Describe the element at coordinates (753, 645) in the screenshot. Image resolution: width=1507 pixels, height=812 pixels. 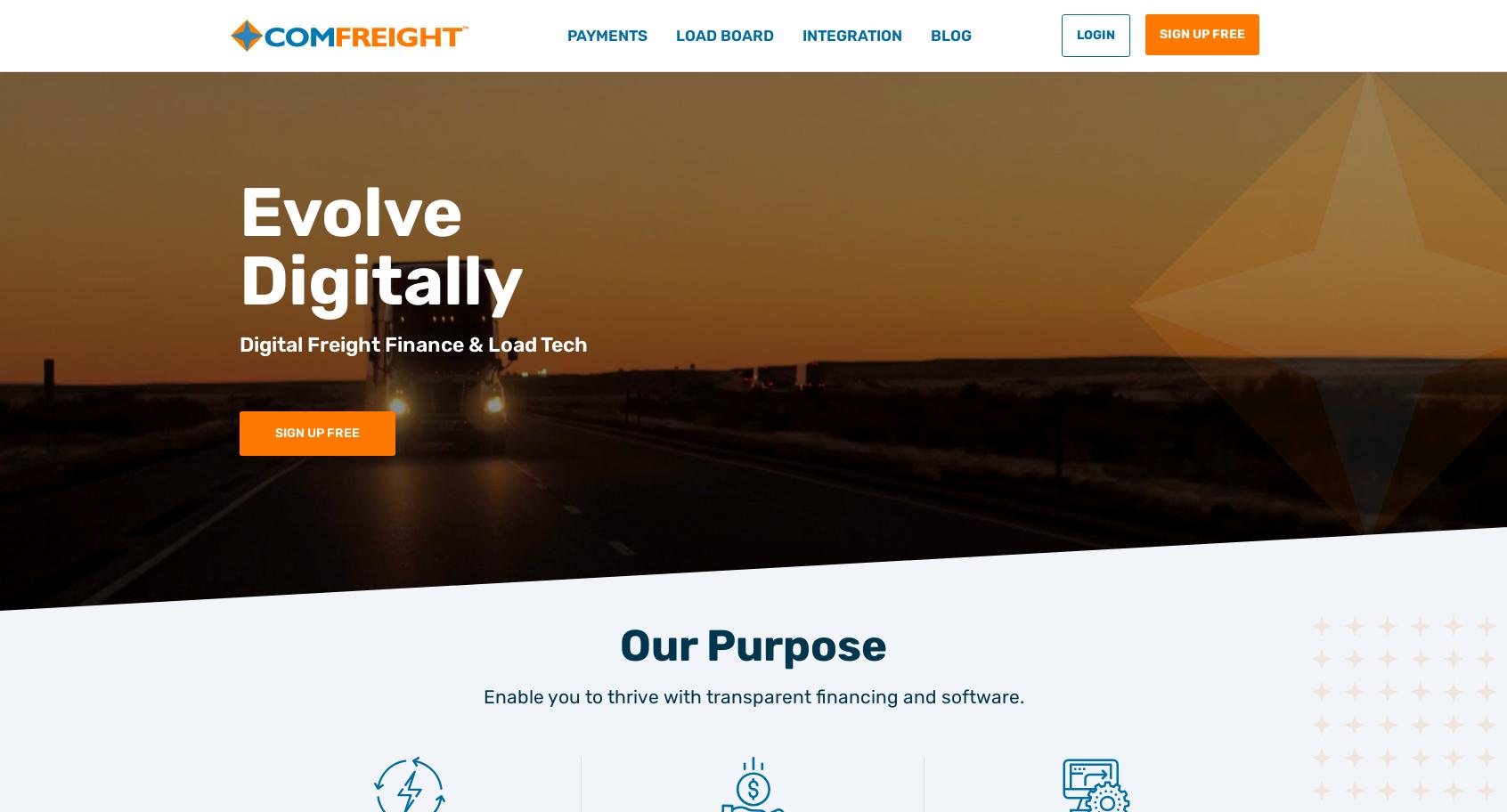
I see `'Our Purpose'` at that location.